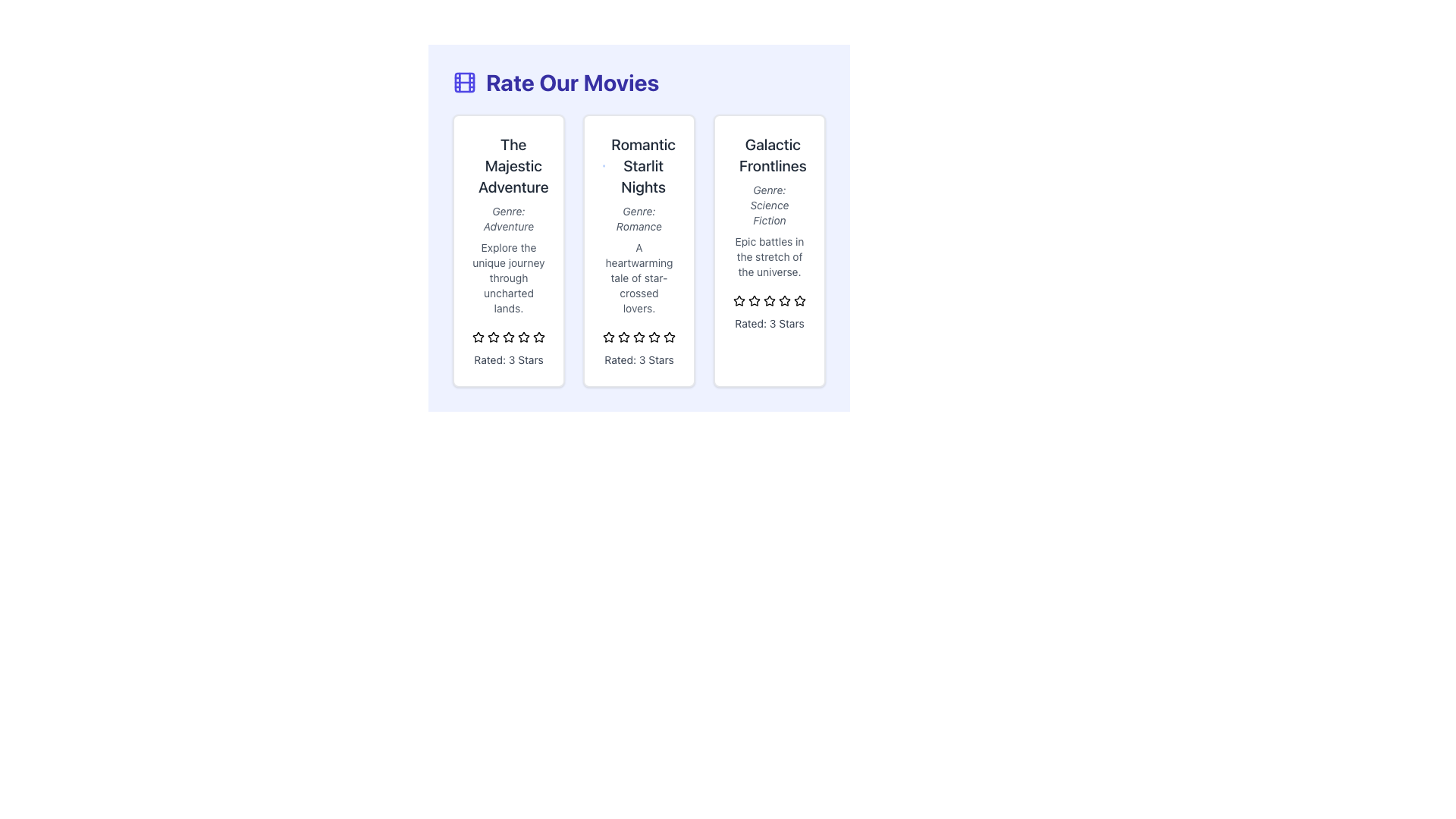 This screenshot has width=1456, height=819. I want to click on the second star in the rating system to change the rating for 'The Majestic Adventure' movie, so click(494, 336).